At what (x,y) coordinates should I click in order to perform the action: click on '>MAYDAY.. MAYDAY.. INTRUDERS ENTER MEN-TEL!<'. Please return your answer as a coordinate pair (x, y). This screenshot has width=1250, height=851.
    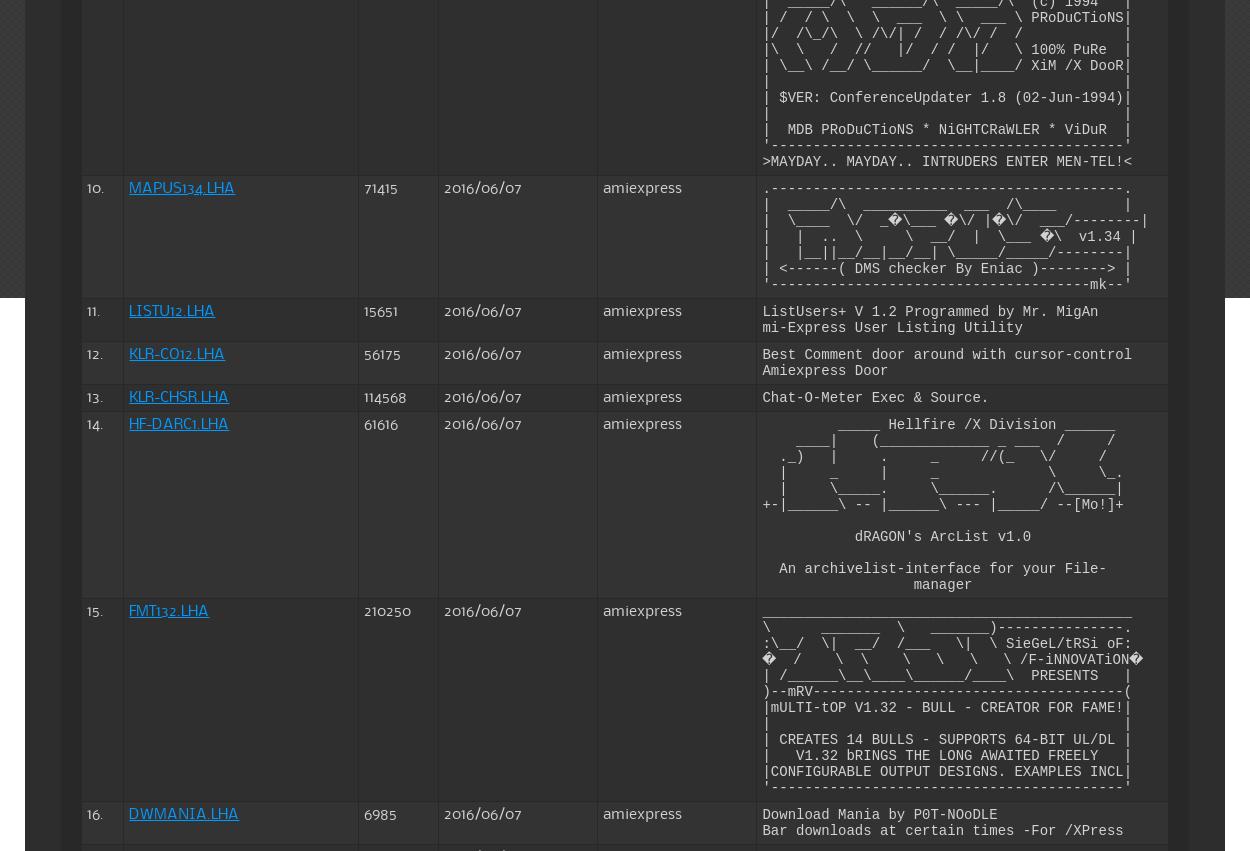
    Looking at the image, I should click on (946, 160).